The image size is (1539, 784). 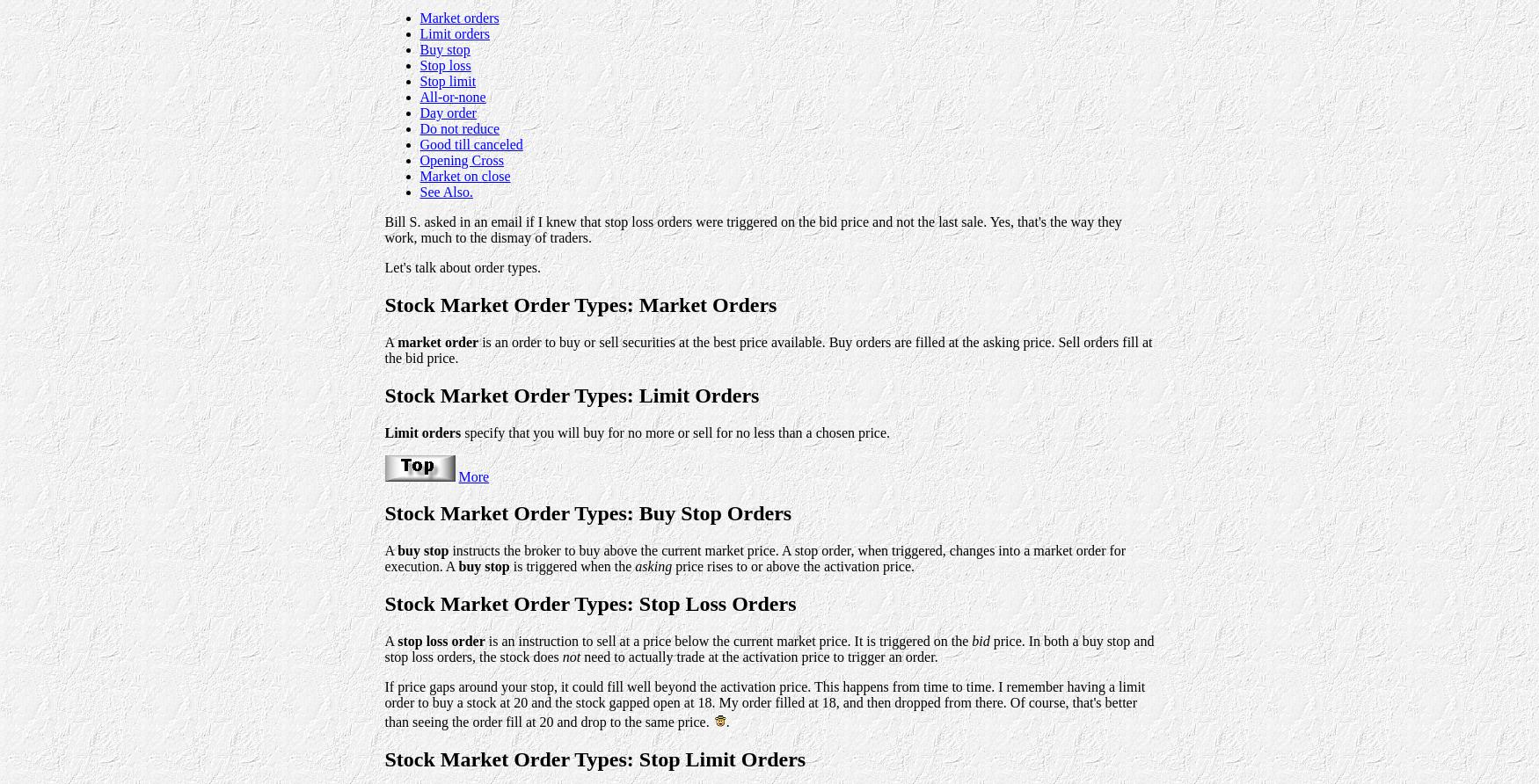 What do you see at coordinates (447, 111) in the screenshot?
I see `'Day order'` at bounding box center [447, 111].